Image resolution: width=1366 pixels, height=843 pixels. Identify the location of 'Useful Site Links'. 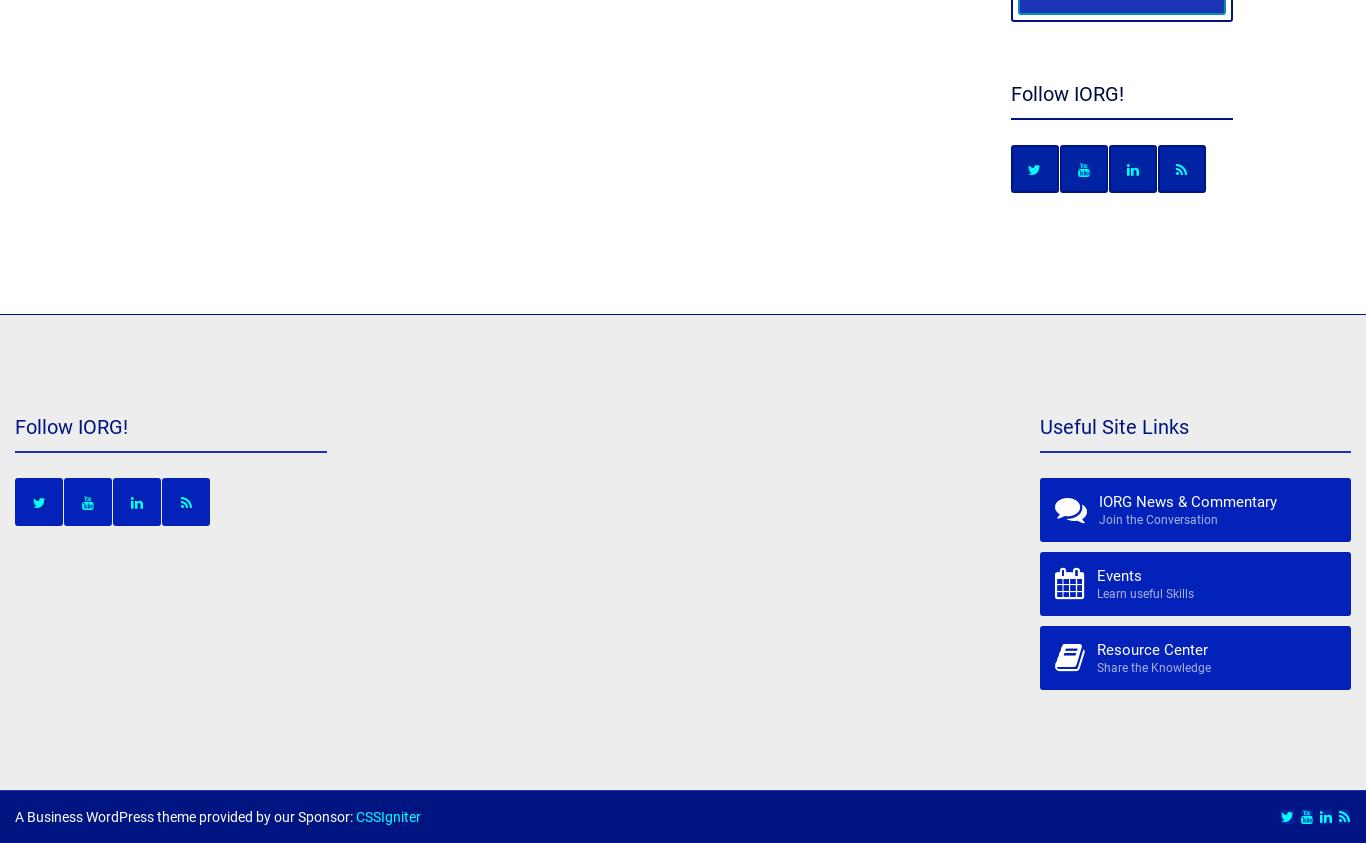
(1112, 425).